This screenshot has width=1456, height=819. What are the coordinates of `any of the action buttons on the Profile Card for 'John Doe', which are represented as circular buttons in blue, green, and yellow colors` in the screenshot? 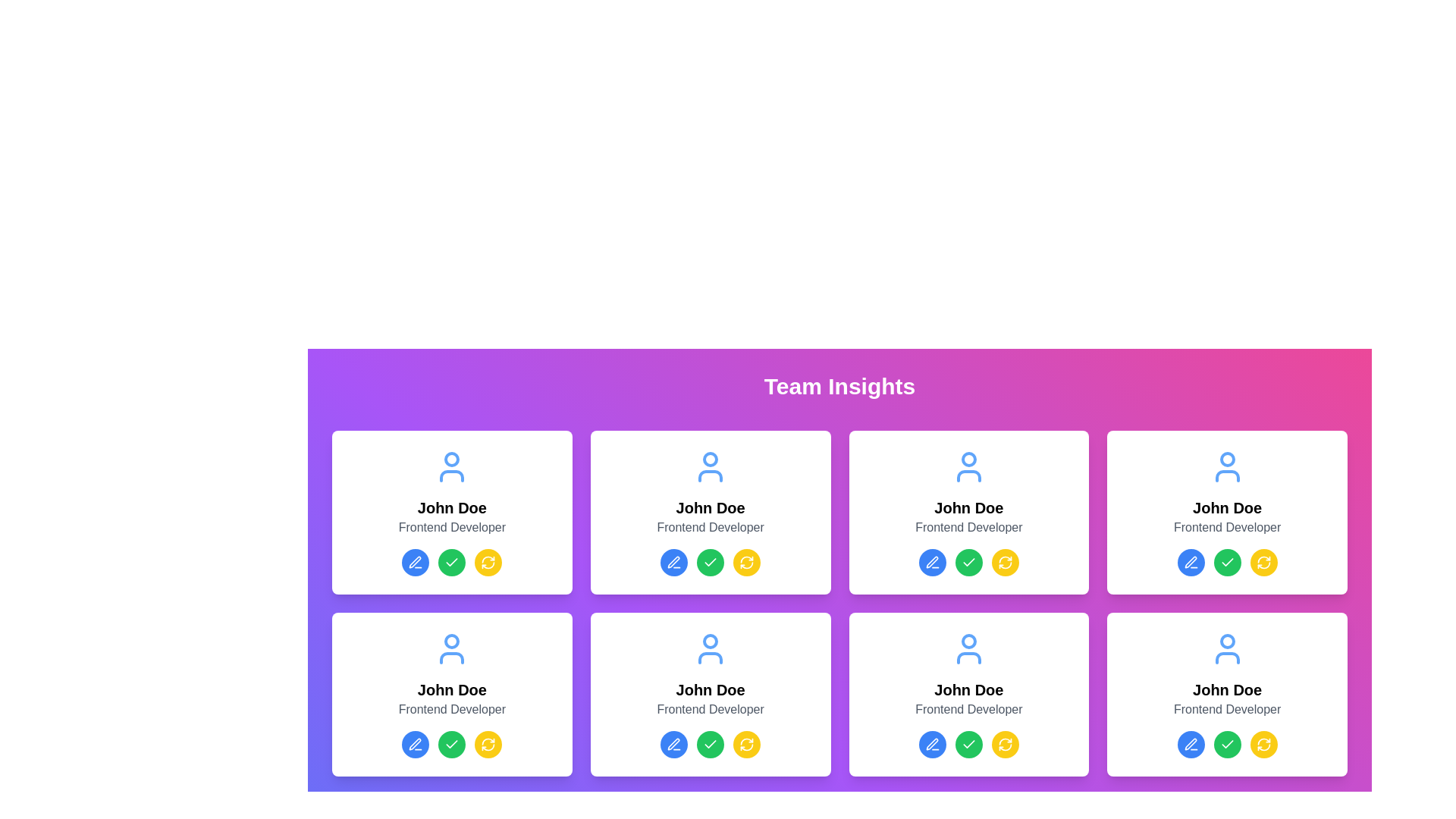 It's located at (451, 694).